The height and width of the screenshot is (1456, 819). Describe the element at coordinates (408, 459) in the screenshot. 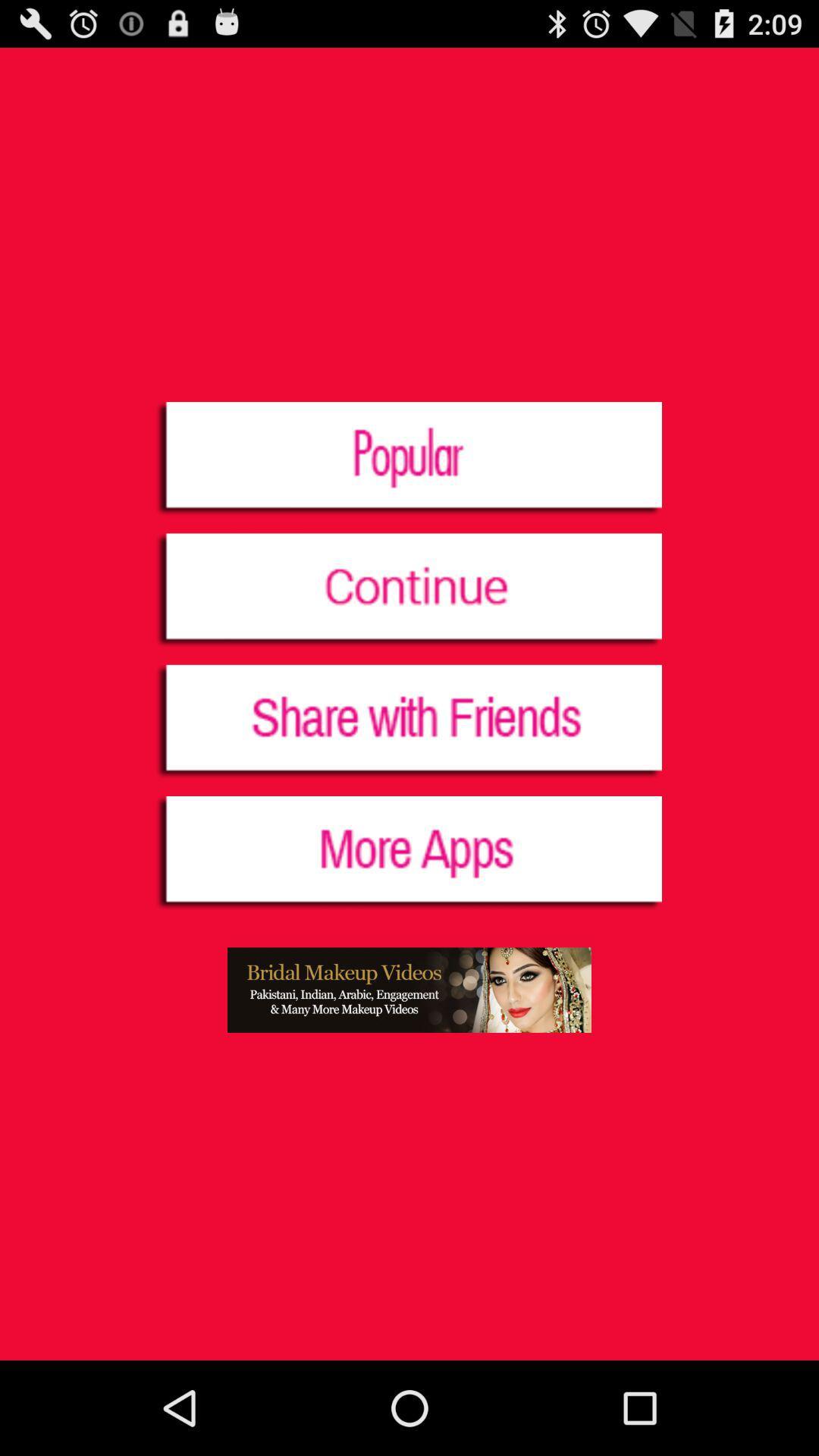

I see `the icon at the top` at that location.